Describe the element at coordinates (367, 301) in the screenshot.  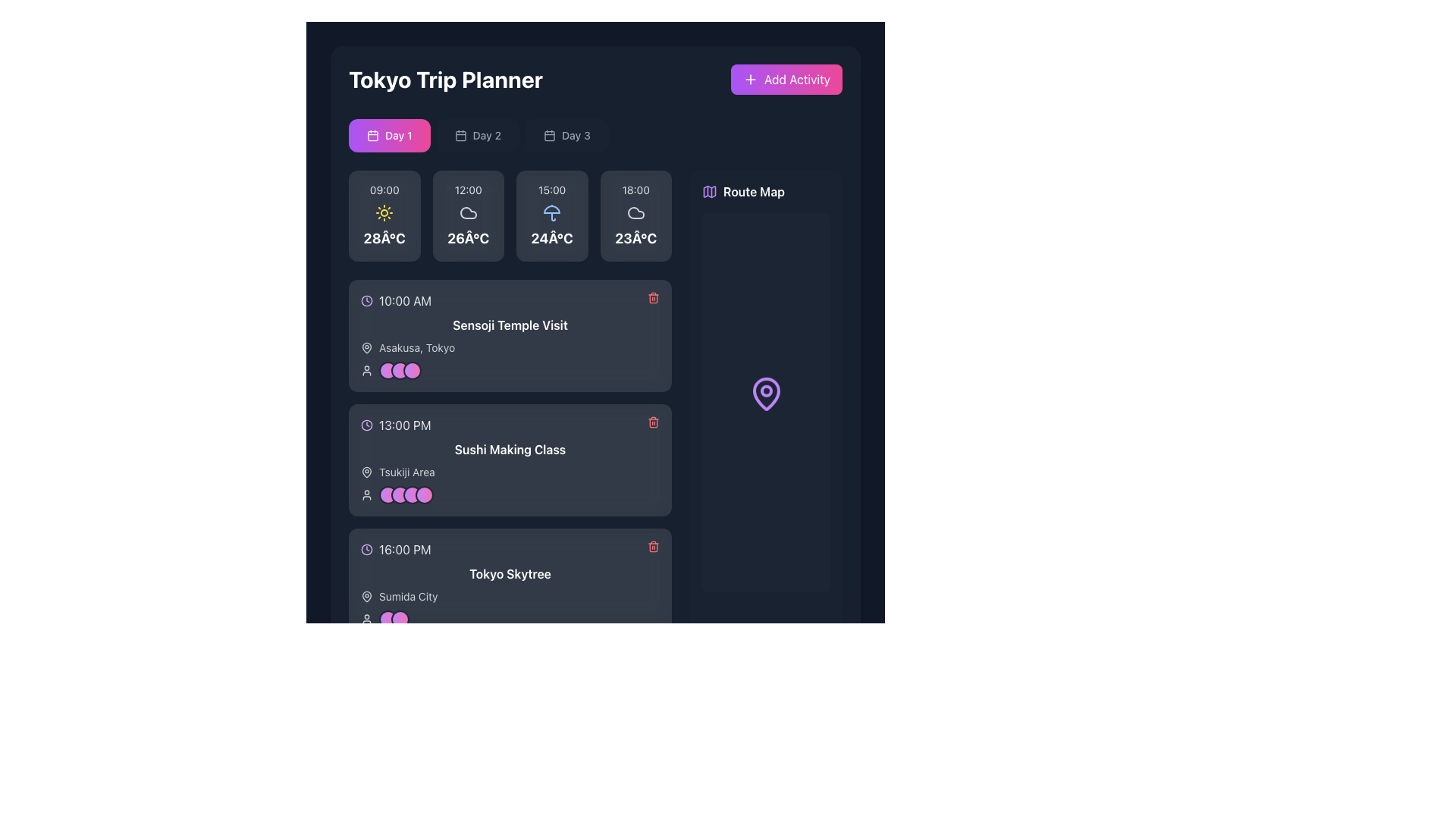
I see `the clock icon indicating the time '10:00 AM', which is positioned to the left of the text '10:00 AM'` at that location.